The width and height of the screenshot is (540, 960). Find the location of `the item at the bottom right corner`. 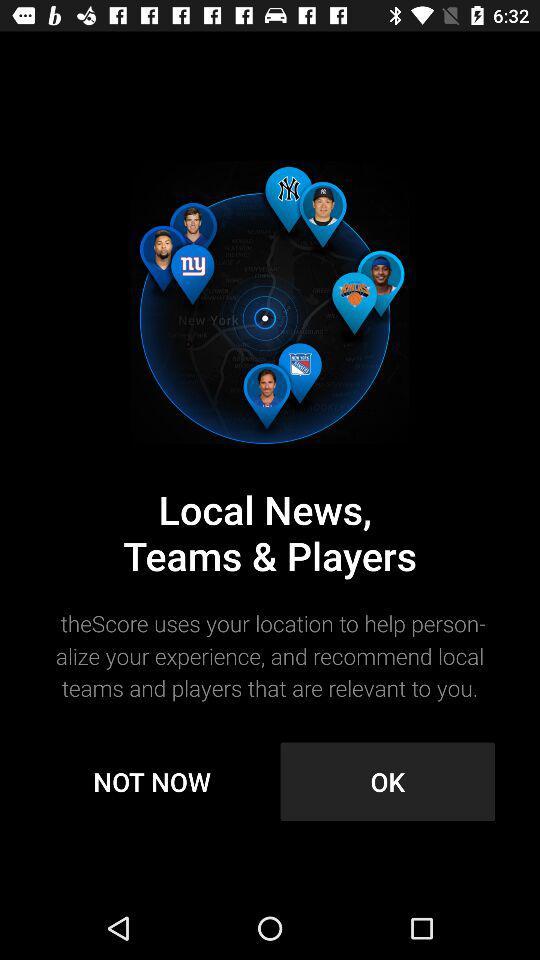

the item at the bottom right corner is located at coordinates (387, 781).